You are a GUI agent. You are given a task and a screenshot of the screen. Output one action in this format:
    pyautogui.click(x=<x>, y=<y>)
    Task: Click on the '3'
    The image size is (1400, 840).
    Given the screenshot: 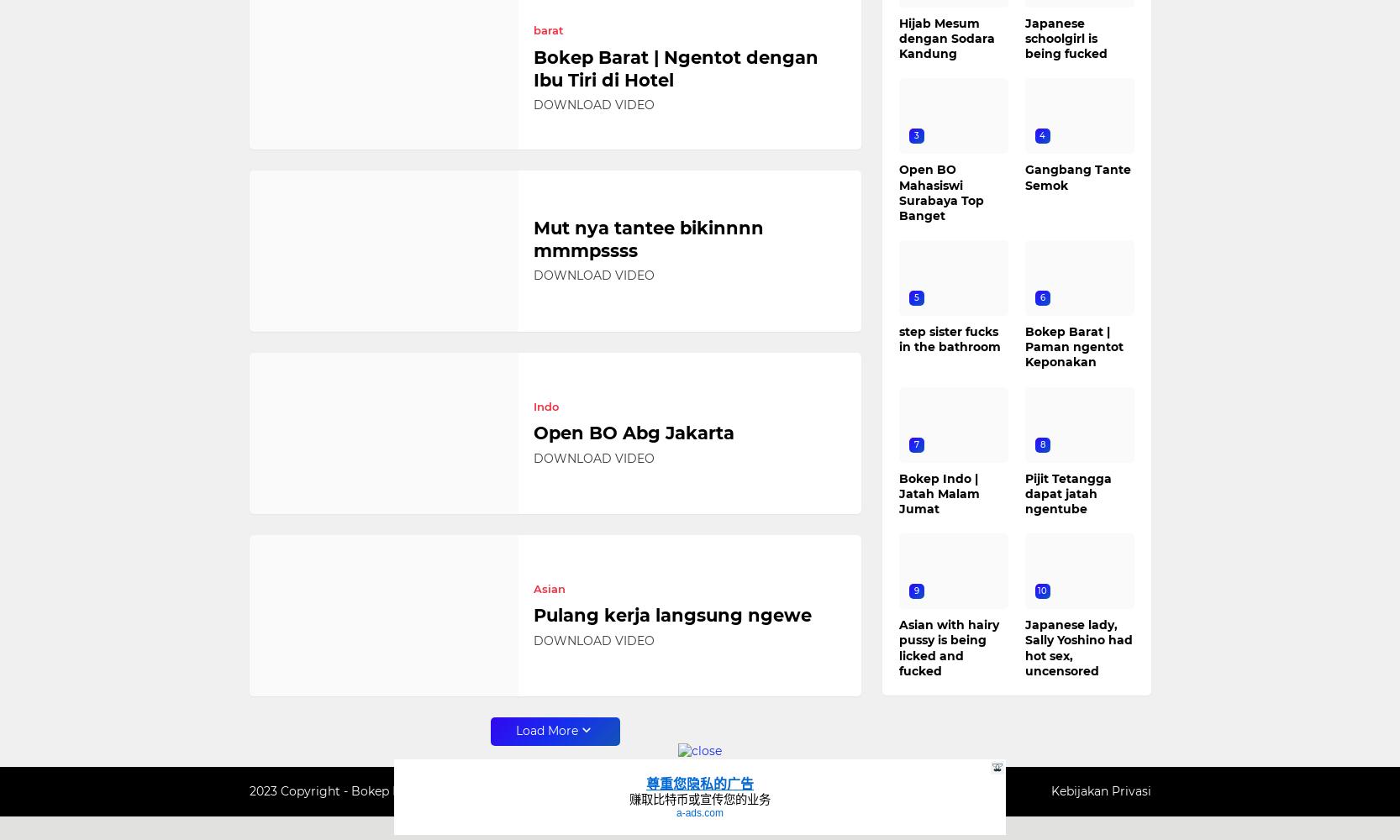 What is the action you would take?
    pyautogui.click(x=916, y=135)
    